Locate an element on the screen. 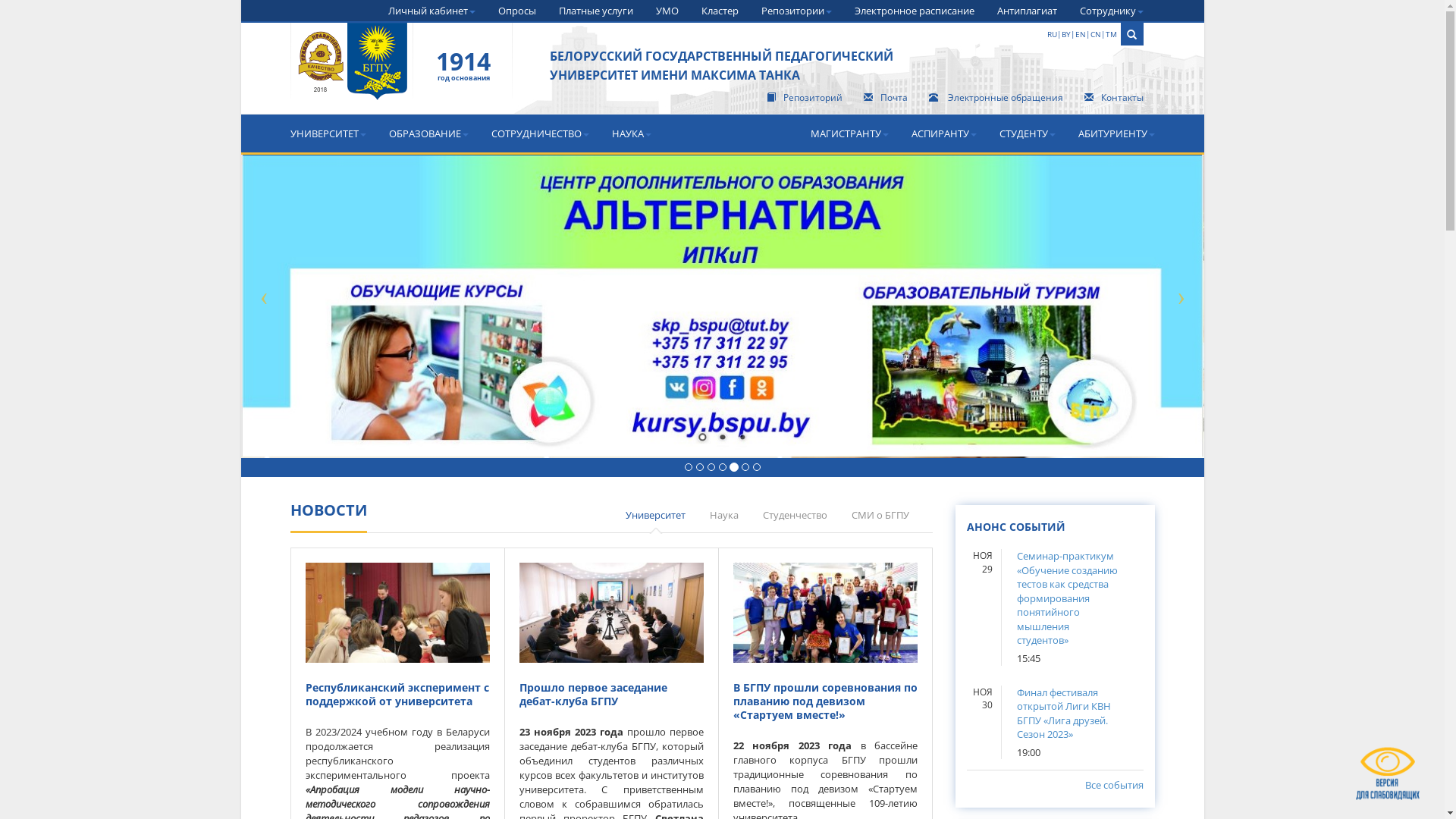 The width and height of the screenshot is (1456, 819). 'CN' is located at coordinates (1095, 34).